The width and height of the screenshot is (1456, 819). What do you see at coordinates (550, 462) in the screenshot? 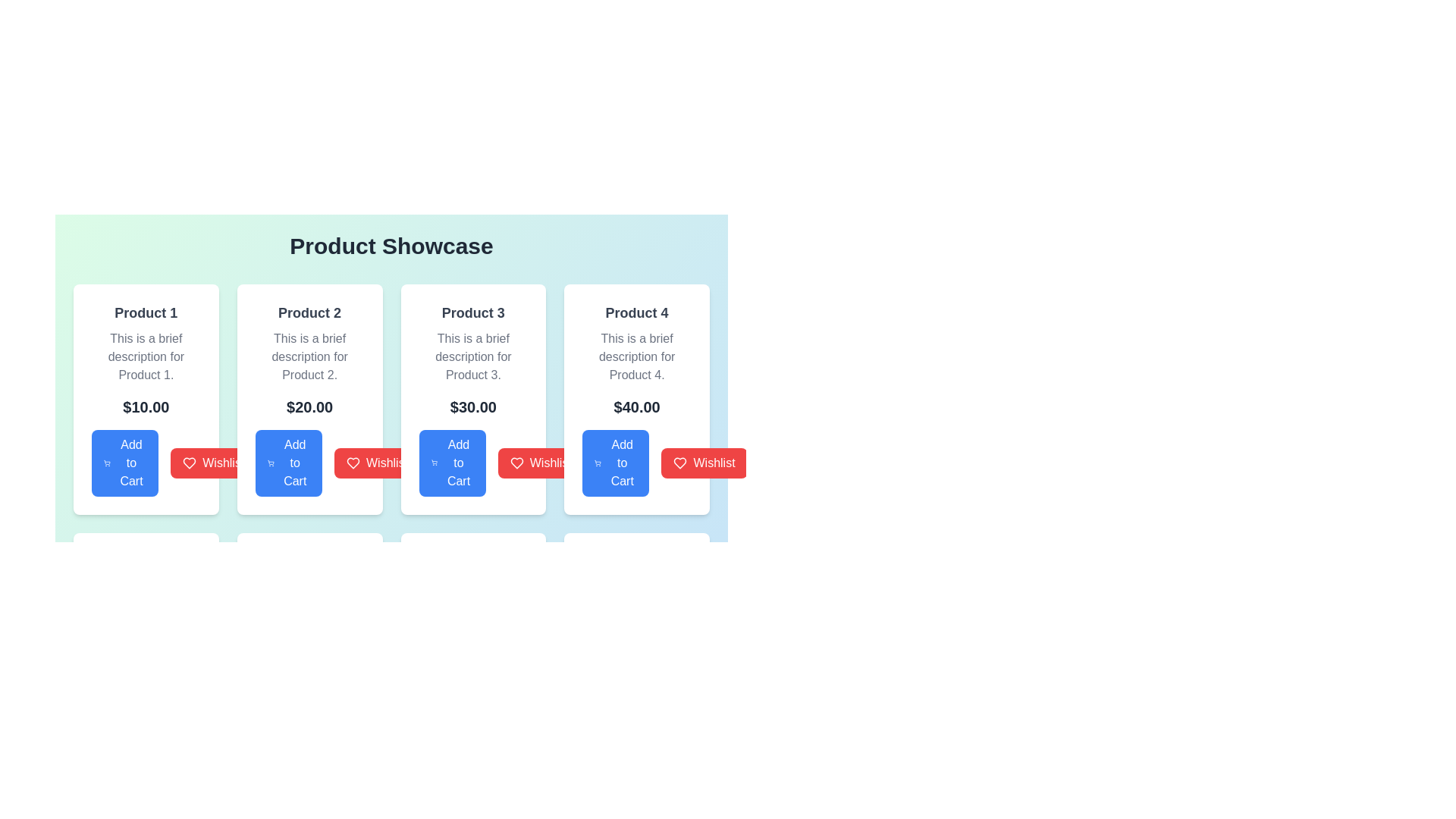
I see `the text label within the button indicating the action of adding the item to a wishlist for Product 3` at bounding box center [550, 462].